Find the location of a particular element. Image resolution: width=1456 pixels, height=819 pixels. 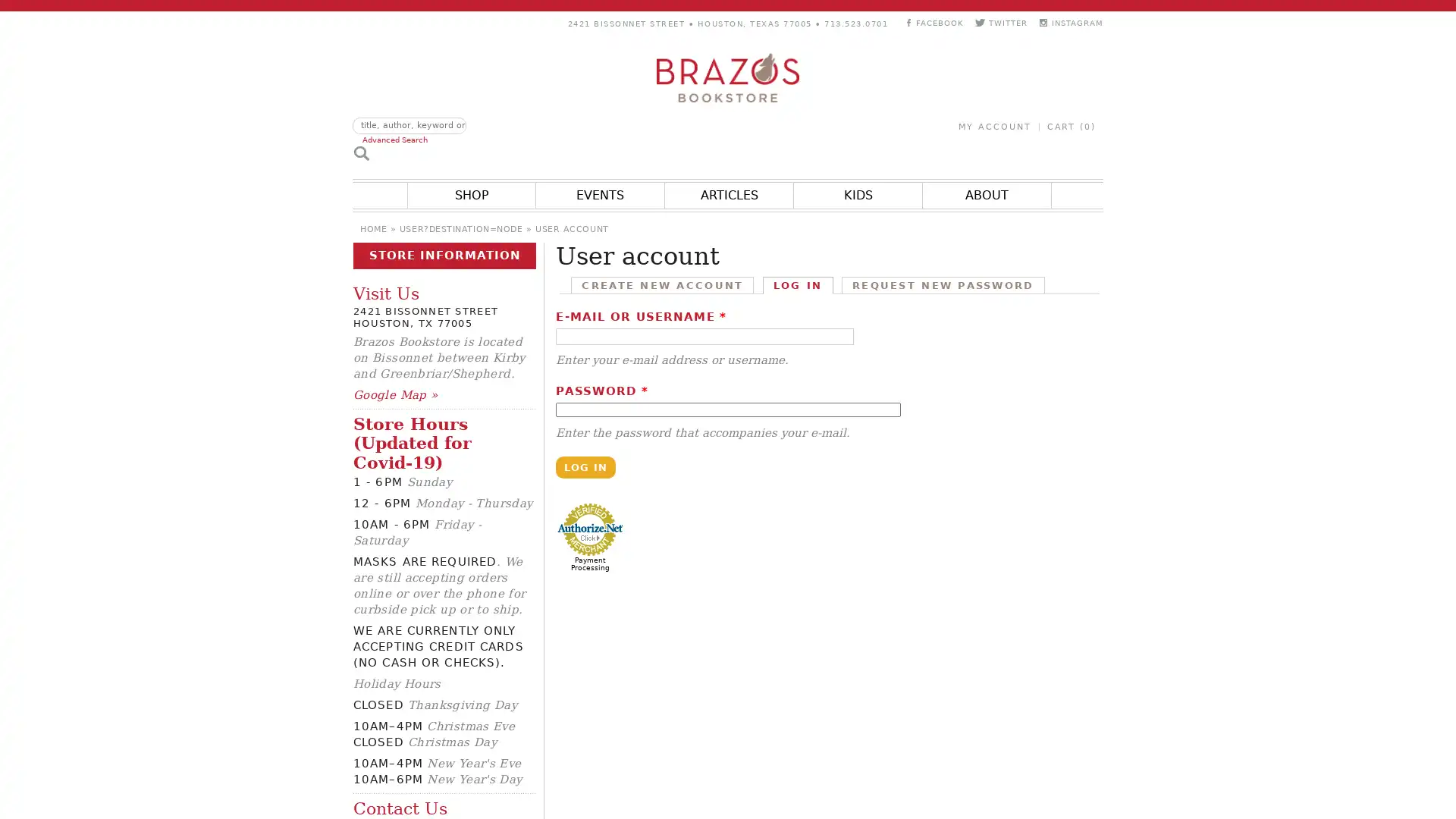

Search is located at coordinates (360, 152).